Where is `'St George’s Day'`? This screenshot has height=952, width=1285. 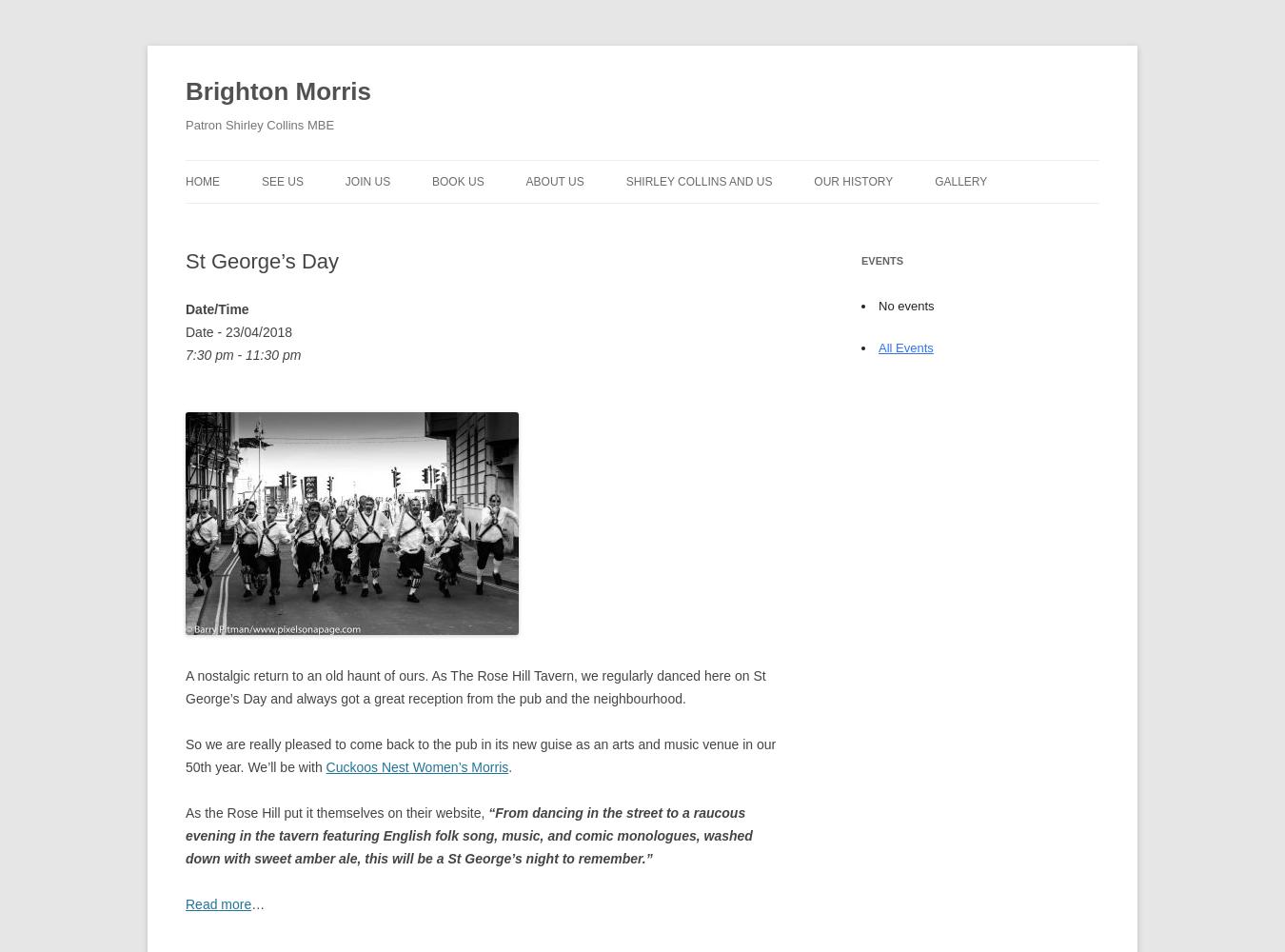
'St George’s Day' is located at coordinates (185, 261).